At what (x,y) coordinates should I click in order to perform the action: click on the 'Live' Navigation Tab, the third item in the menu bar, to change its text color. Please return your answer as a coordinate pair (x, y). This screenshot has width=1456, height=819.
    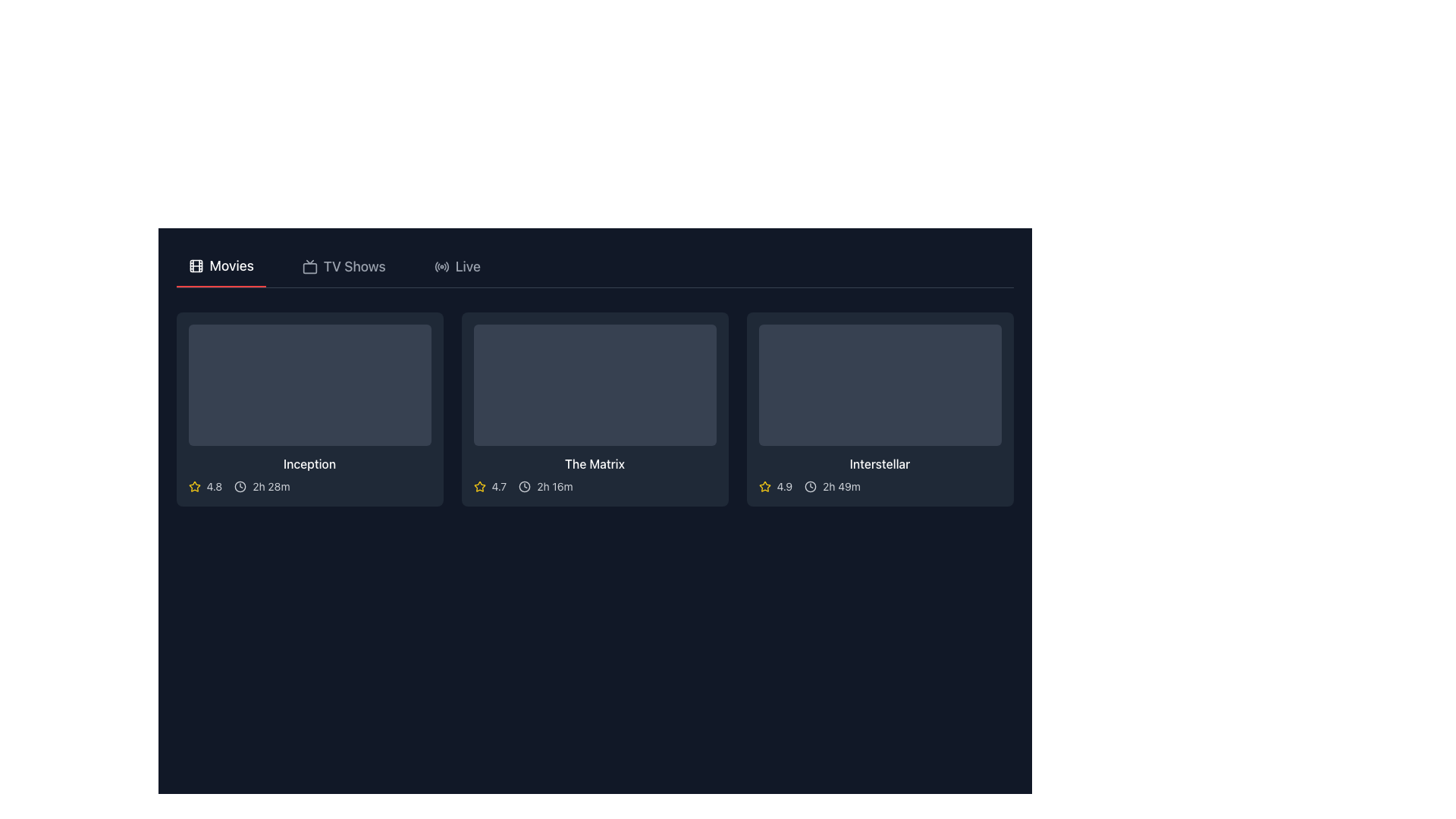
    Looking at the image, I should click on (457, 265).